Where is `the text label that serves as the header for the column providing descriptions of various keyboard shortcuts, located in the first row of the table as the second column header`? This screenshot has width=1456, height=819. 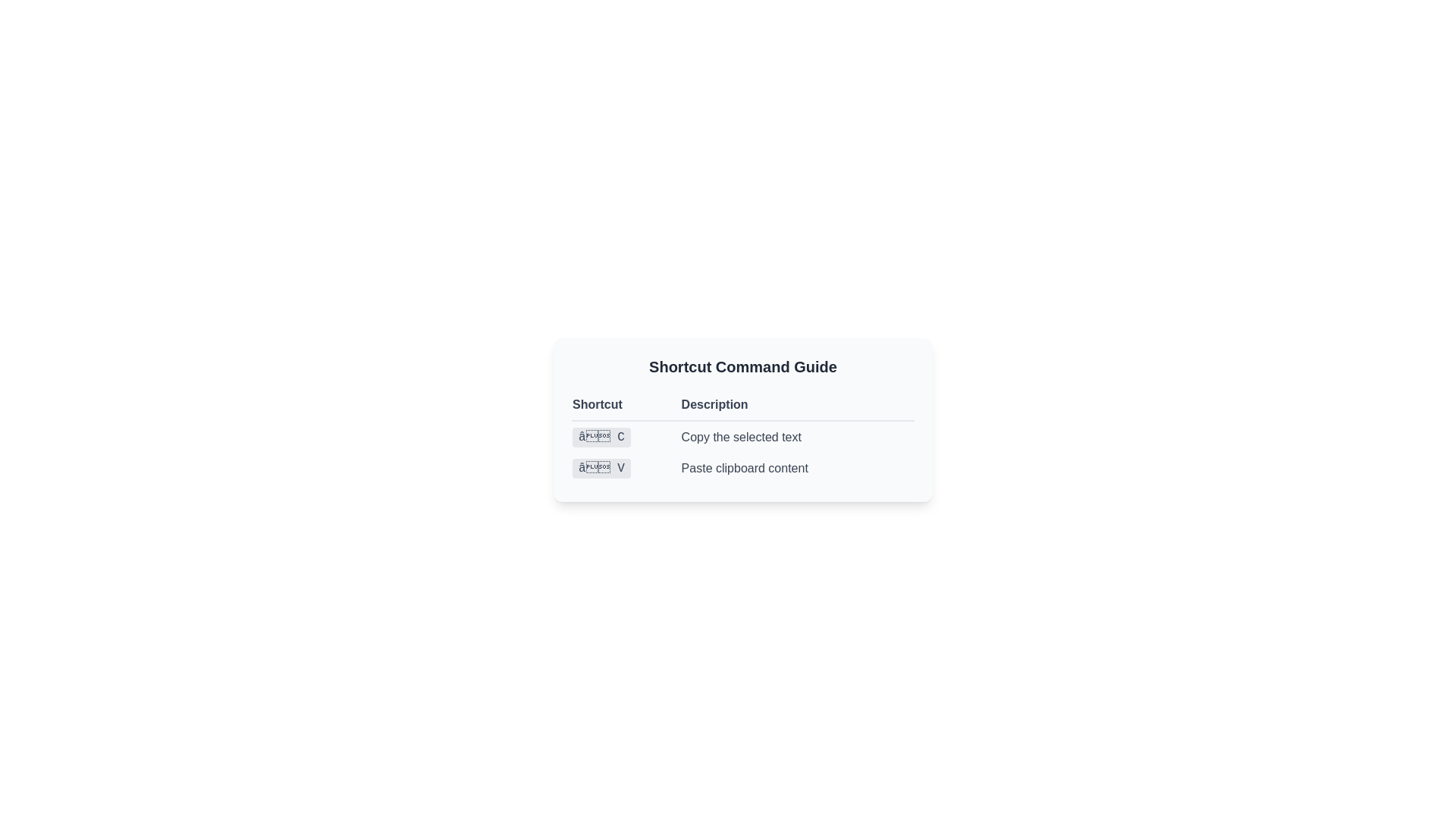
the text label that serves as the header for the column providing descriptions of various keyboard shortcuts, located in the first row of the table as the second column header is located at coordinates (742, 404).